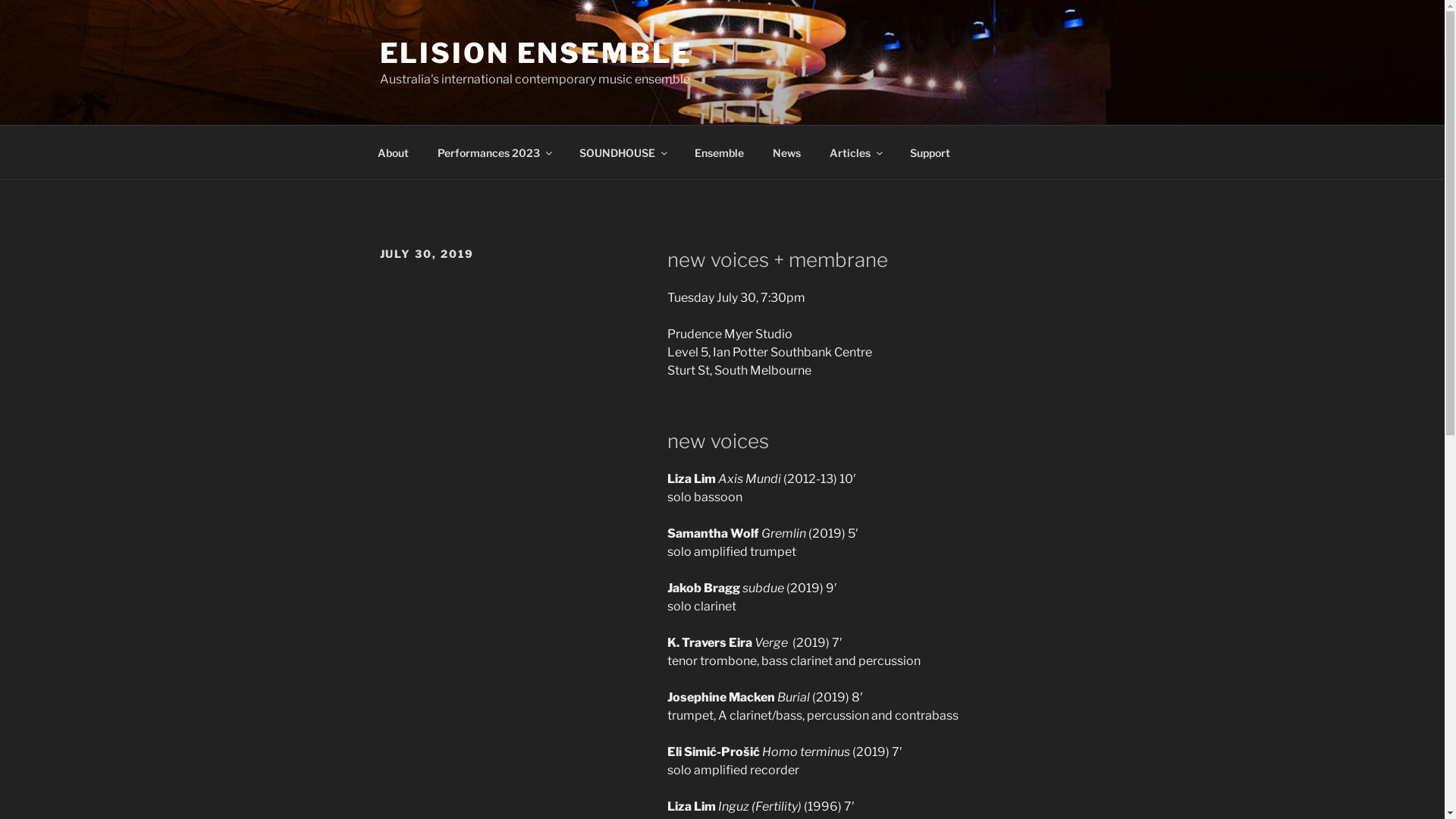  Describe the element at coordinates (535, 52) in the screenshot. I see `'ELISION ENSEMBLE'` at that location.